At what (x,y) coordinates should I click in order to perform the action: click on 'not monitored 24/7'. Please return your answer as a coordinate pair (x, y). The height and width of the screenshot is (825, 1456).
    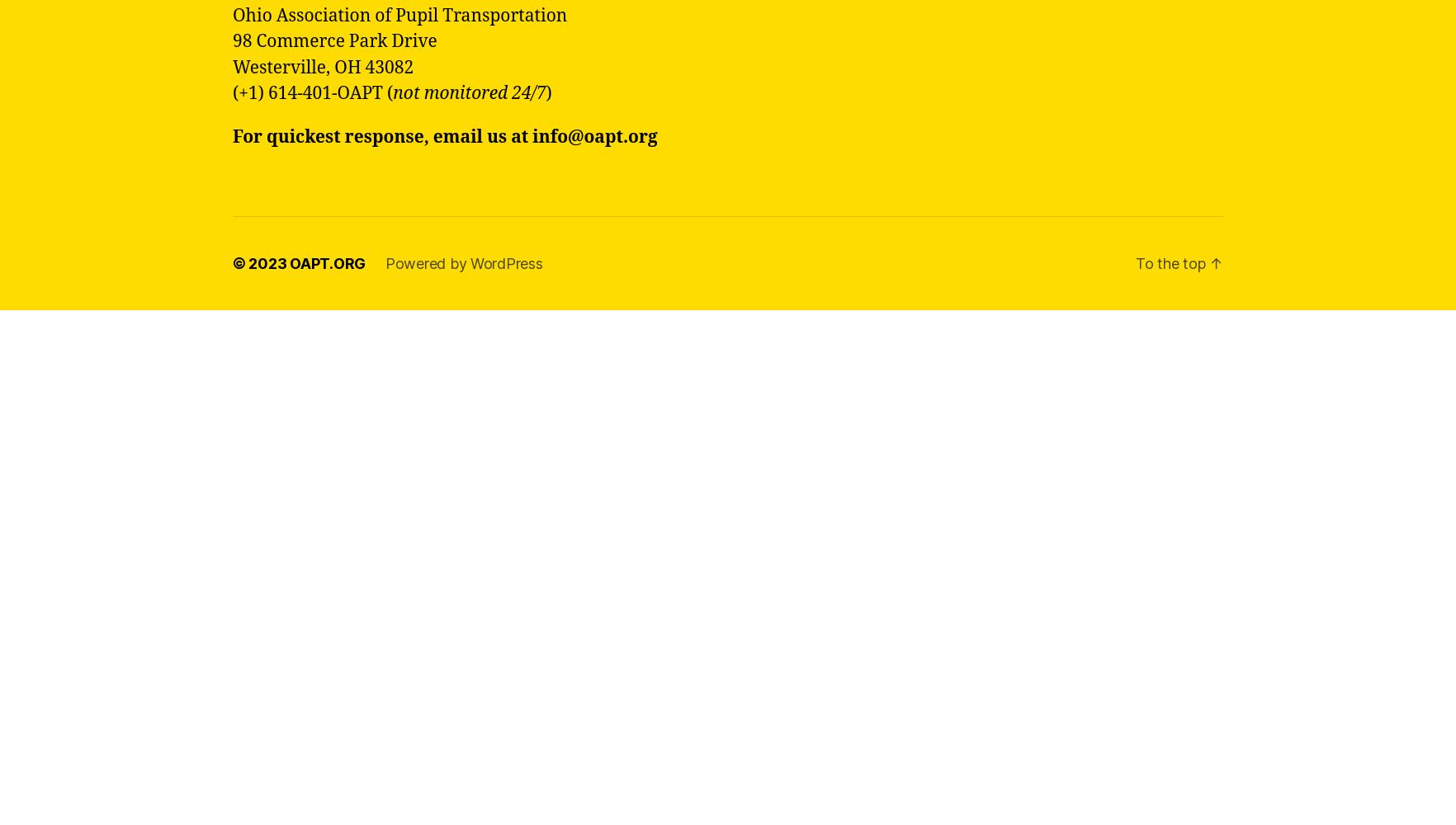
    Looking at the image, I should click on (469, 92).